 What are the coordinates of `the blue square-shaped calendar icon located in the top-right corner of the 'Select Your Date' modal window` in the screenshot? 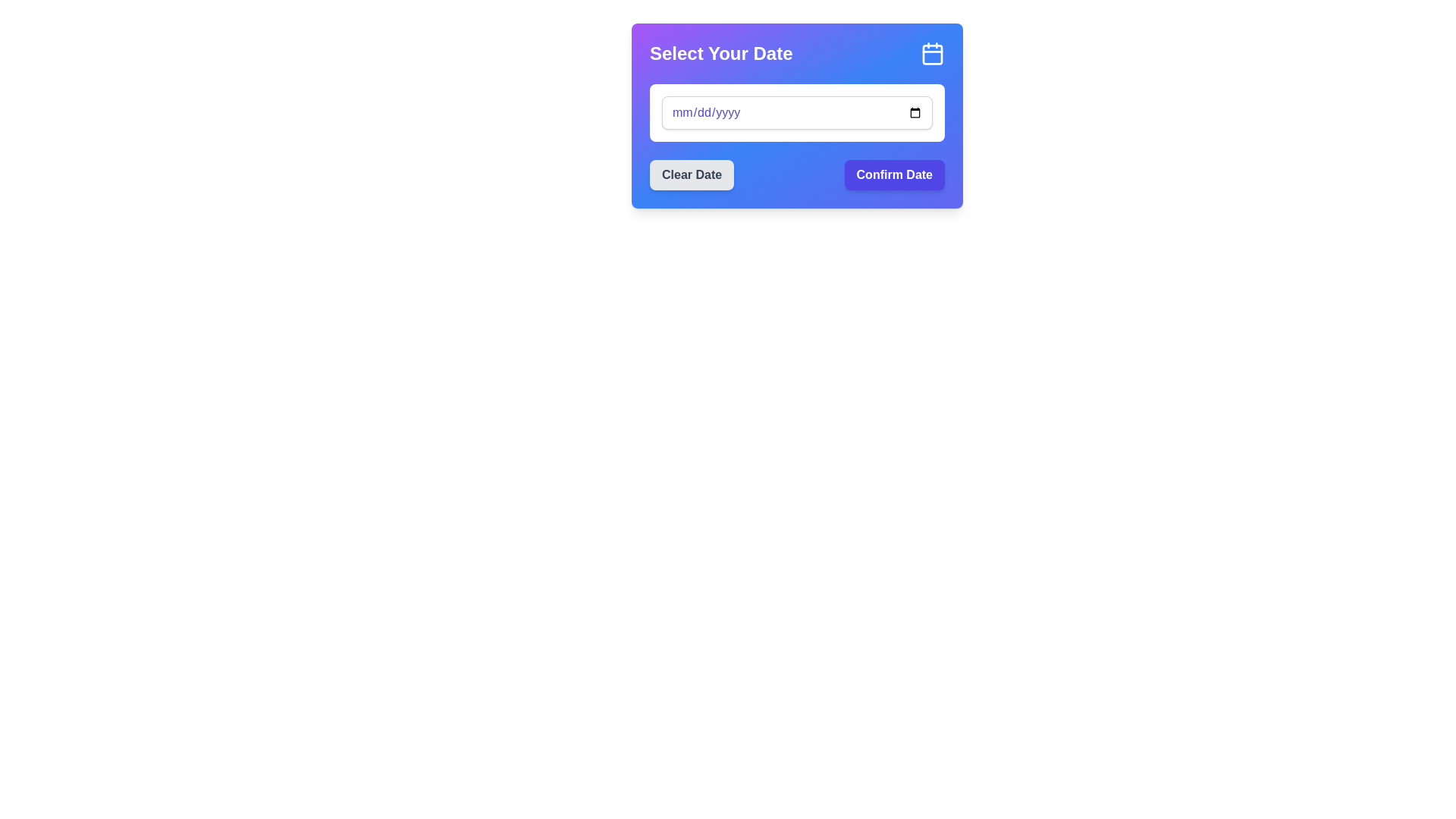 It's located at (931, 54).